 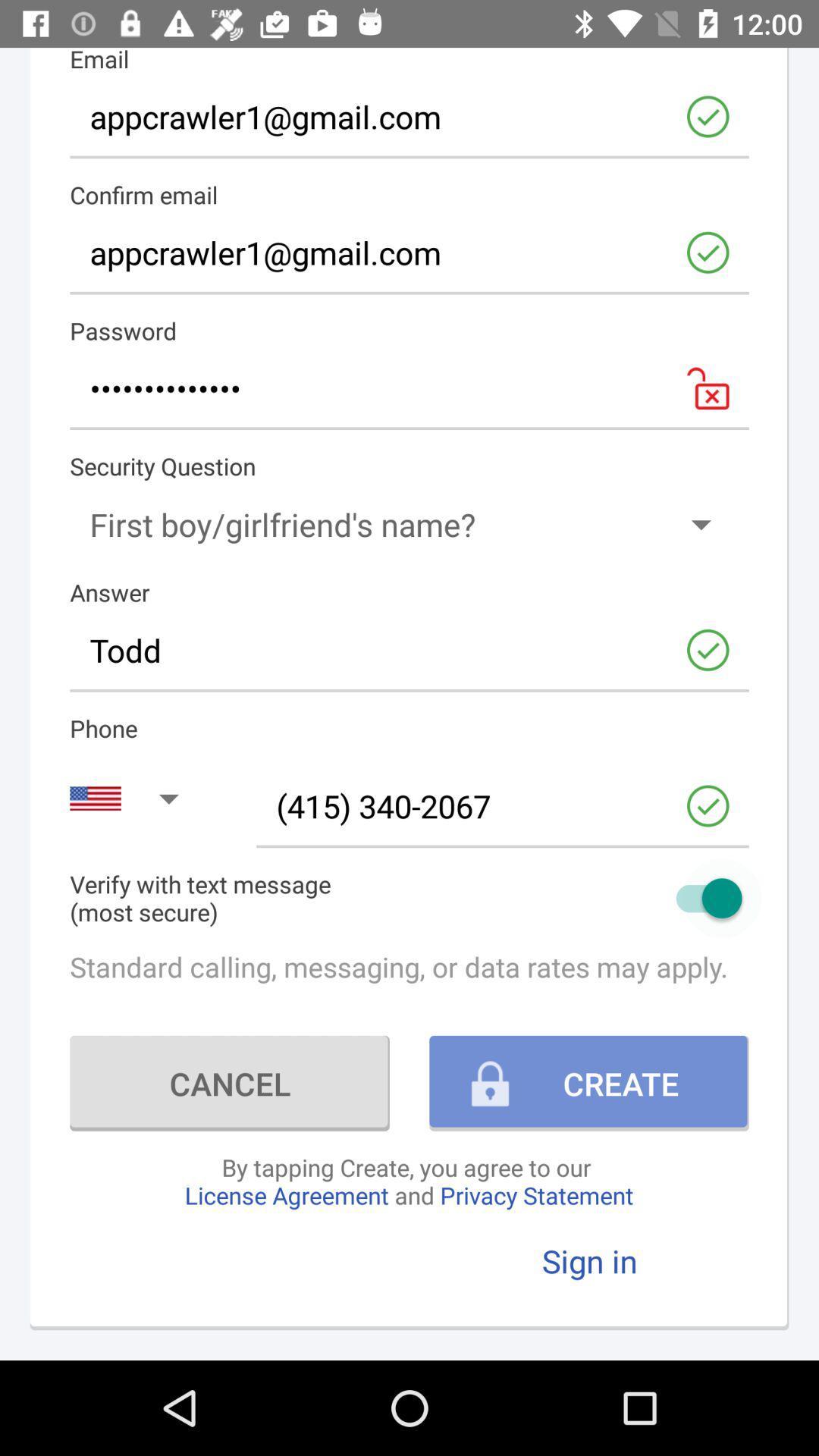 I want to click on icon below the password icon, so click(x=409, y=388).